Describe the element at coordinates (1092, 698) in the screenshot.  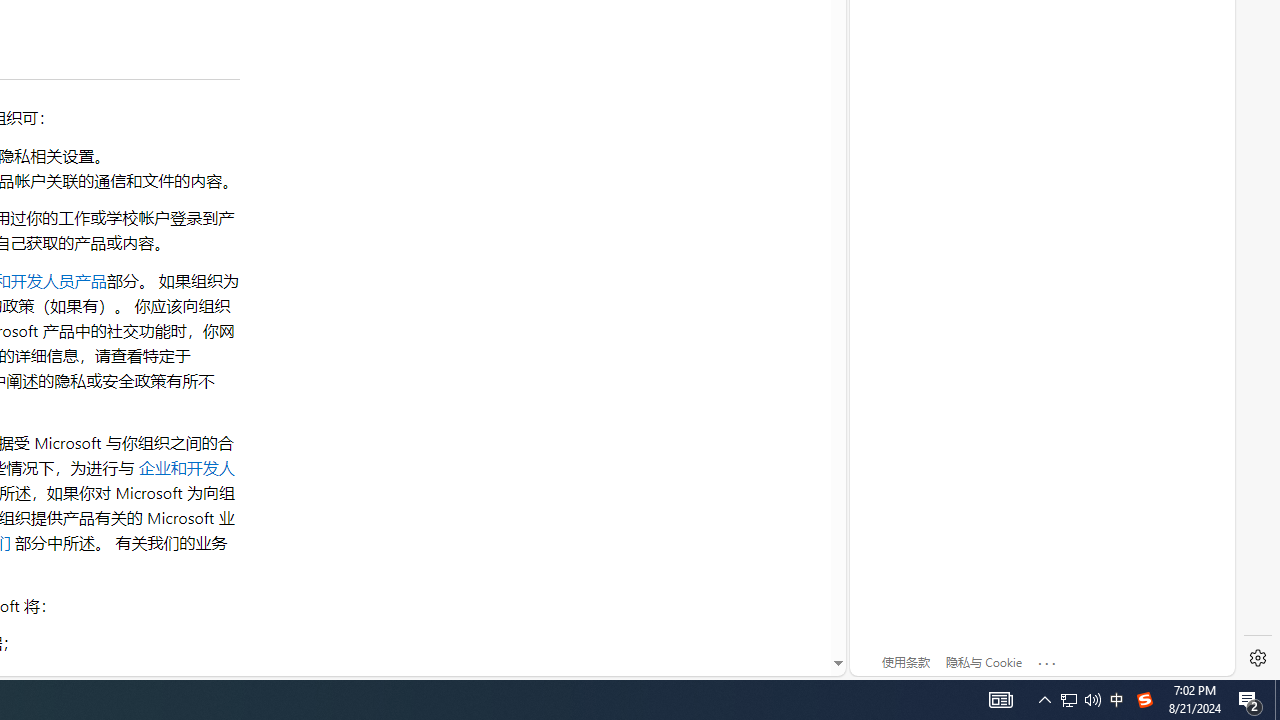
I see `'Q2790: 100%'` at that location.